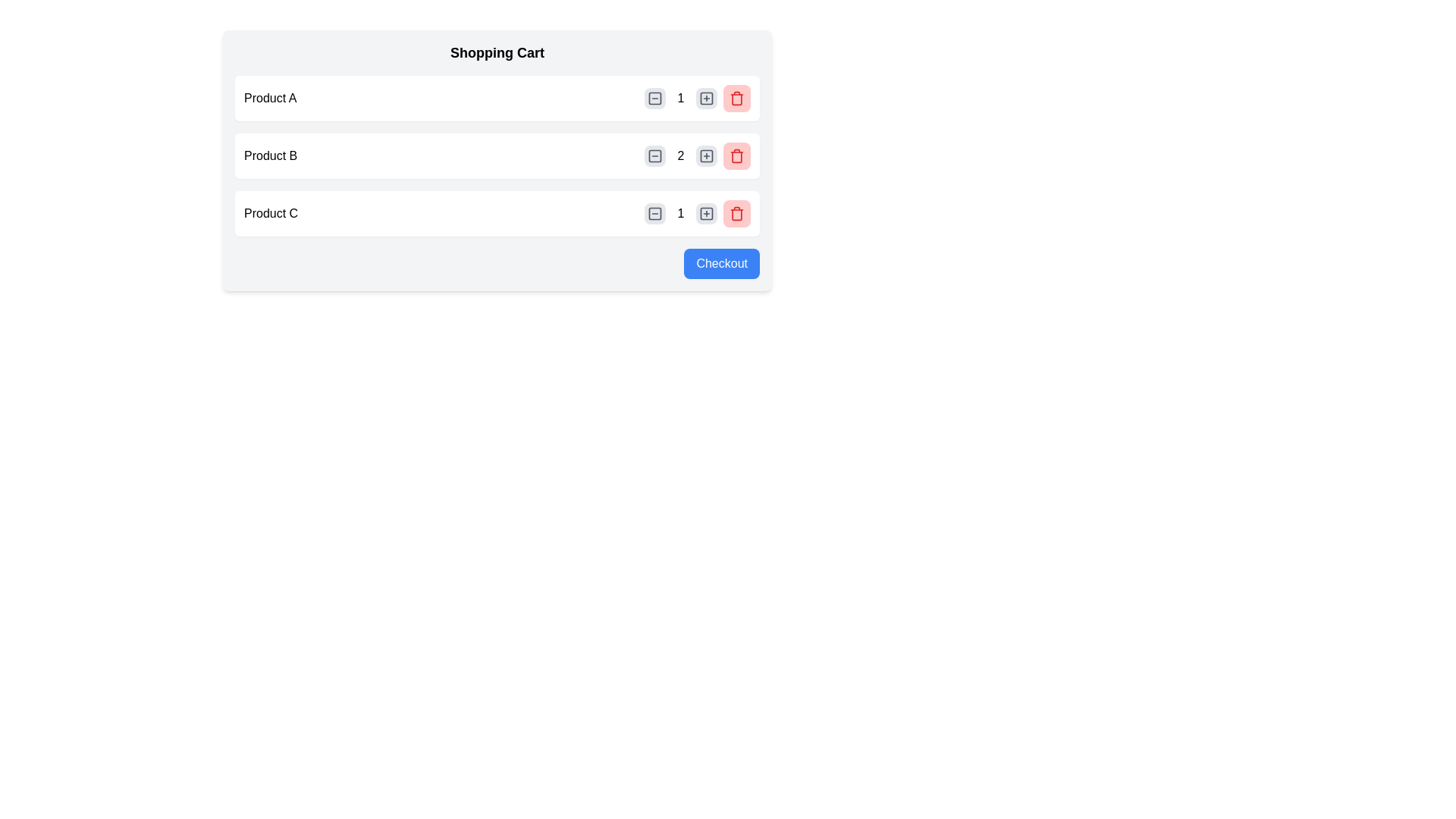 Image resolution: width=1456 pixels, height=819 pixels. I want to click on the static text display field that shows the current quantity of Product C in the shopping cart, located in the third product row between the '-' and '+' buttons, so click(679, 213).